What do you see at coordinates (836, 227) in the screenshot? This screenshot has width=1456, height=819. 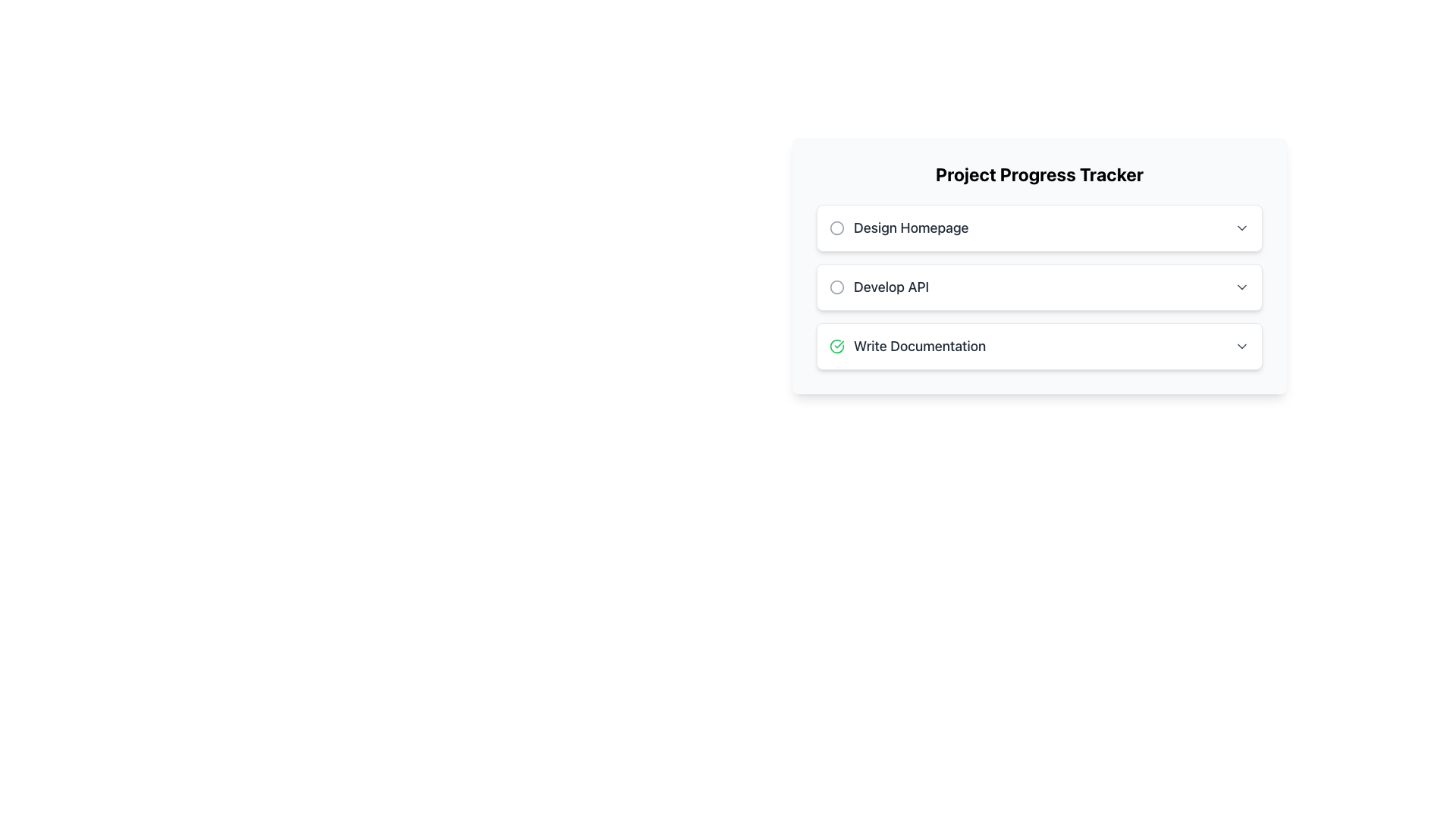 I see `the status icon for the task 'Design Homepage', located in the top-left corner of the first item in the task list` at bounding box center [836, 227].